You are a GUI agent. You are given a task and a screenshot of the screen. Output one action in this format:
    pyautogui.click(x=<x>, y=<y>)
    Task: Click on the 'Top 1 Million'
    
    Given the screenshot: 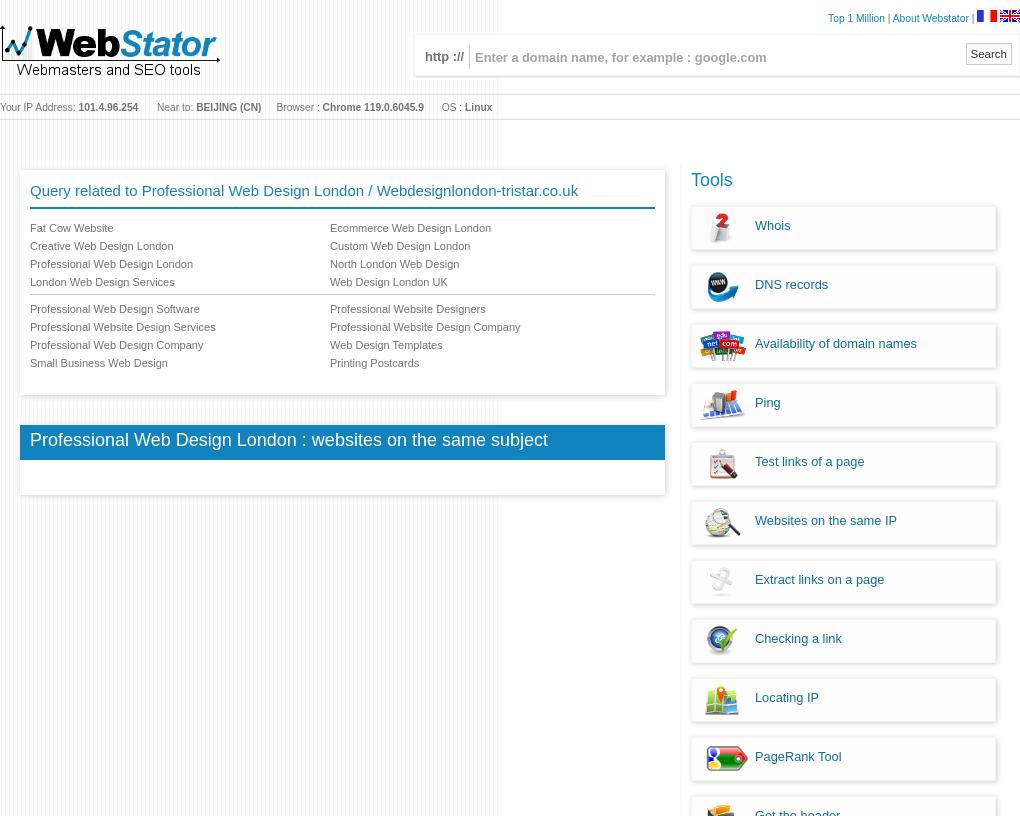 What is the action you would take?
    pyautogui.click(x=854, y=17)
    